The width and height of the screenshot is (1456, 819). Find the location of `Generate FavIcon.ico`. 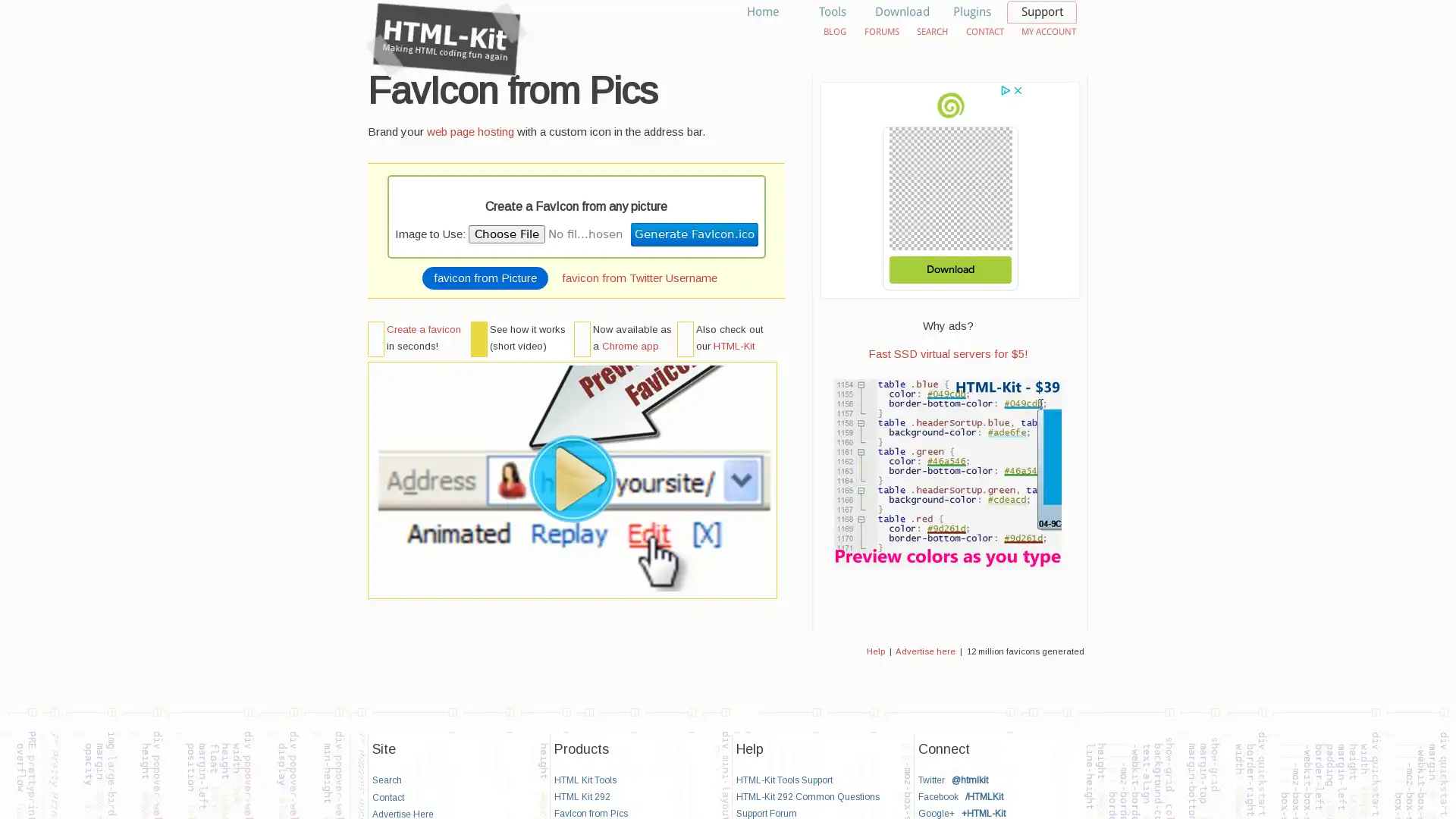

Generate FavIcon.ico is located at coordinates (693, 234).